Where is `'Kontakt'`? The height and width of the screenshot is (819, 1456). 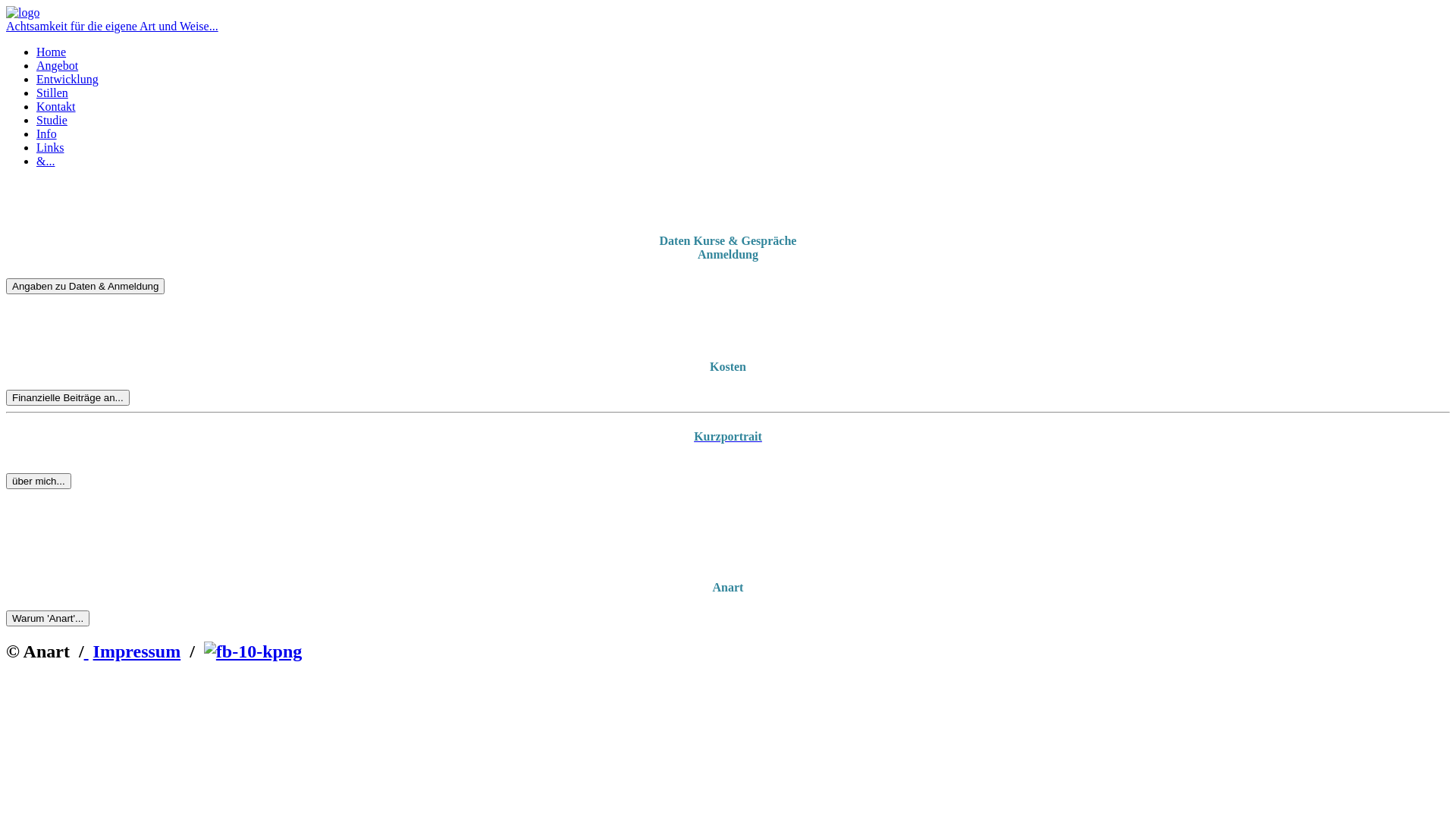
'Kontakt' is located at coordinates (55, 105).